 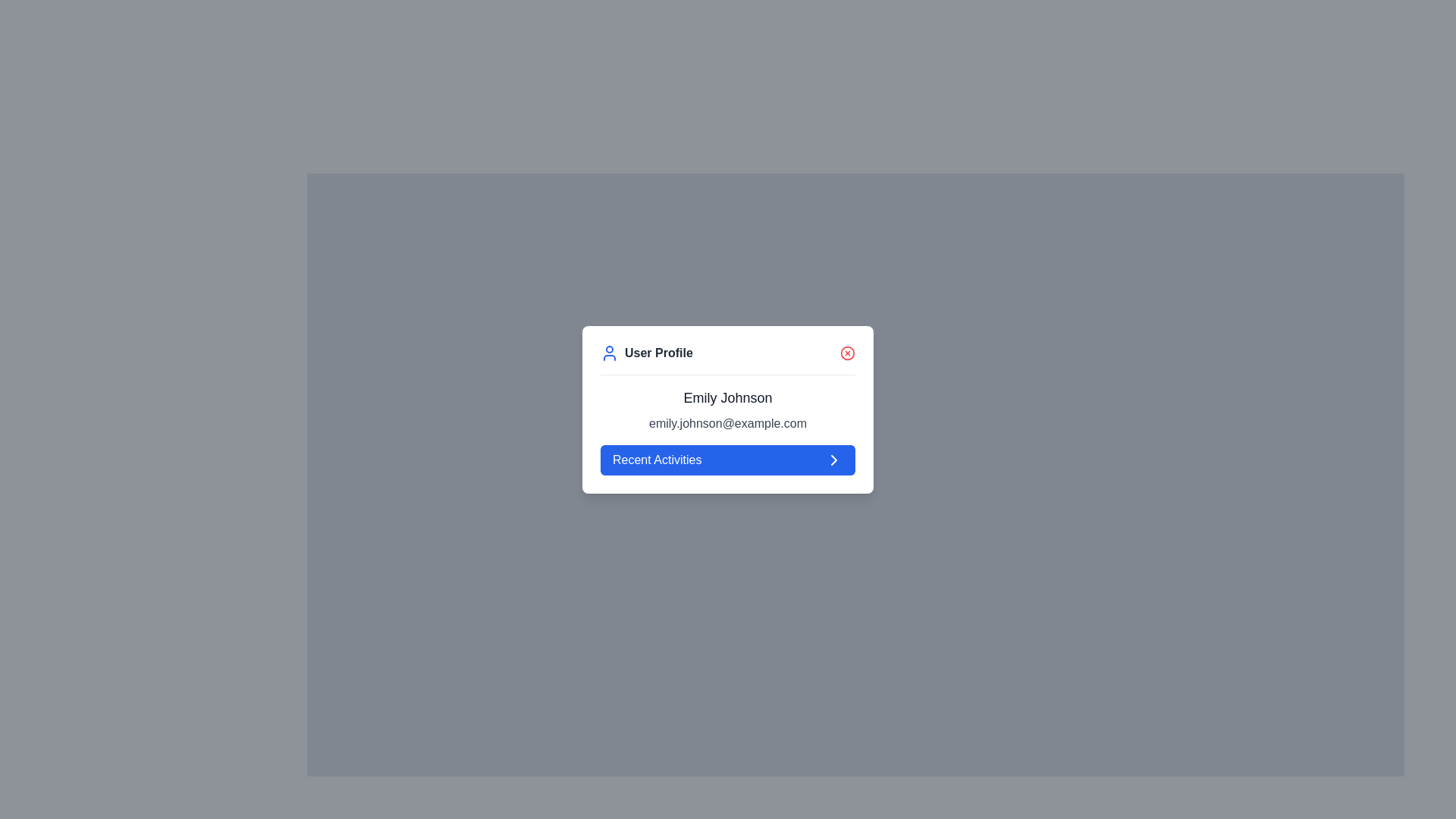 I want to click on the button that serves as a navigation link, so click(x=728, y=459).